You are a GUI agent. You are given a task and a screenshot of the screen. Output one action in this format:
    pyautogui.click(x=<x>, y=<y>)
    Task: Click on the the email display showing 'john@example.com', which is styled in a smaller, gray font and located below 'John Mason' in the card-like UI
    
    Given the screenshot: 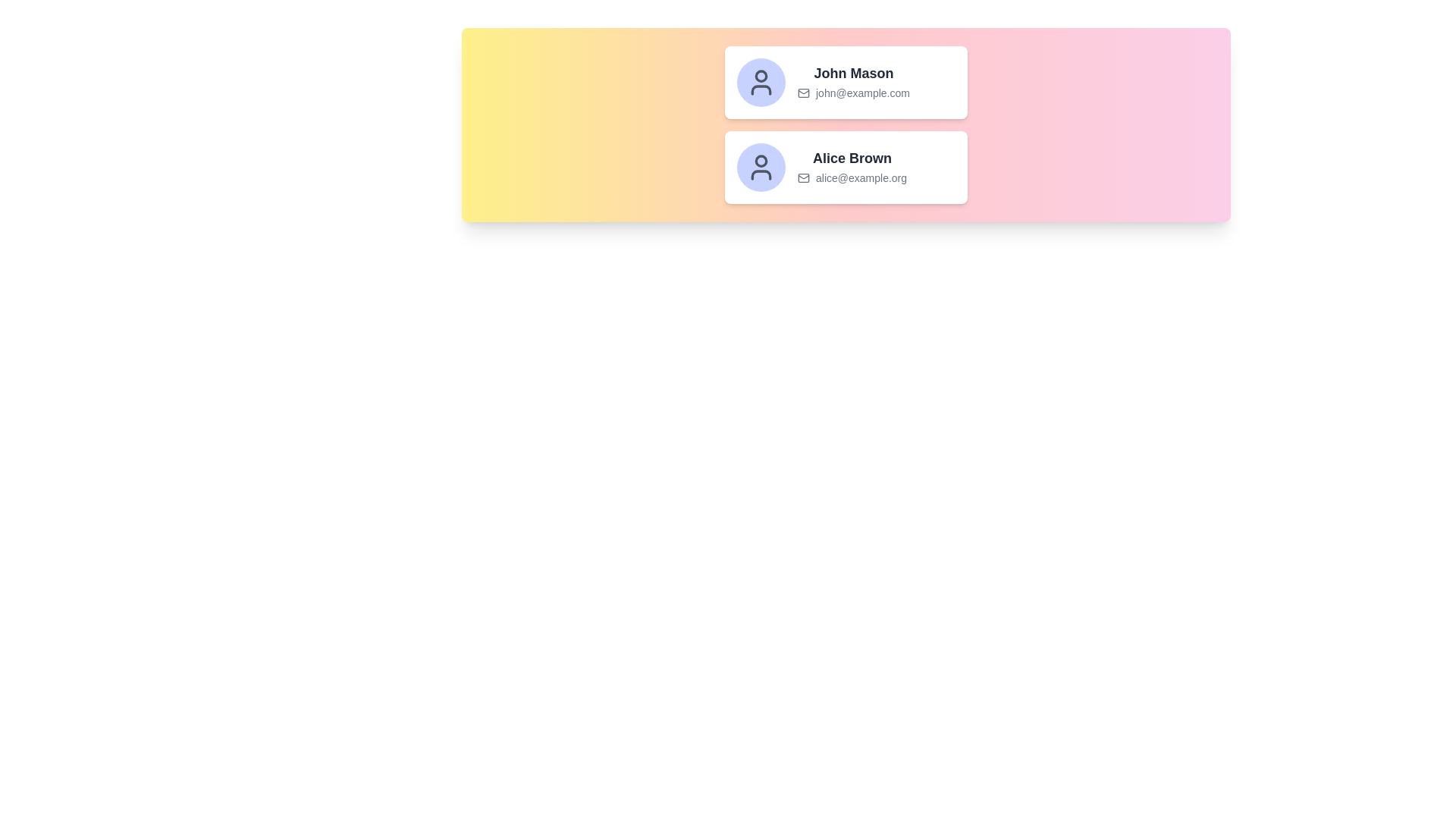 What is the action you would take?
    pyautogui.click(x=853, y=93)
    